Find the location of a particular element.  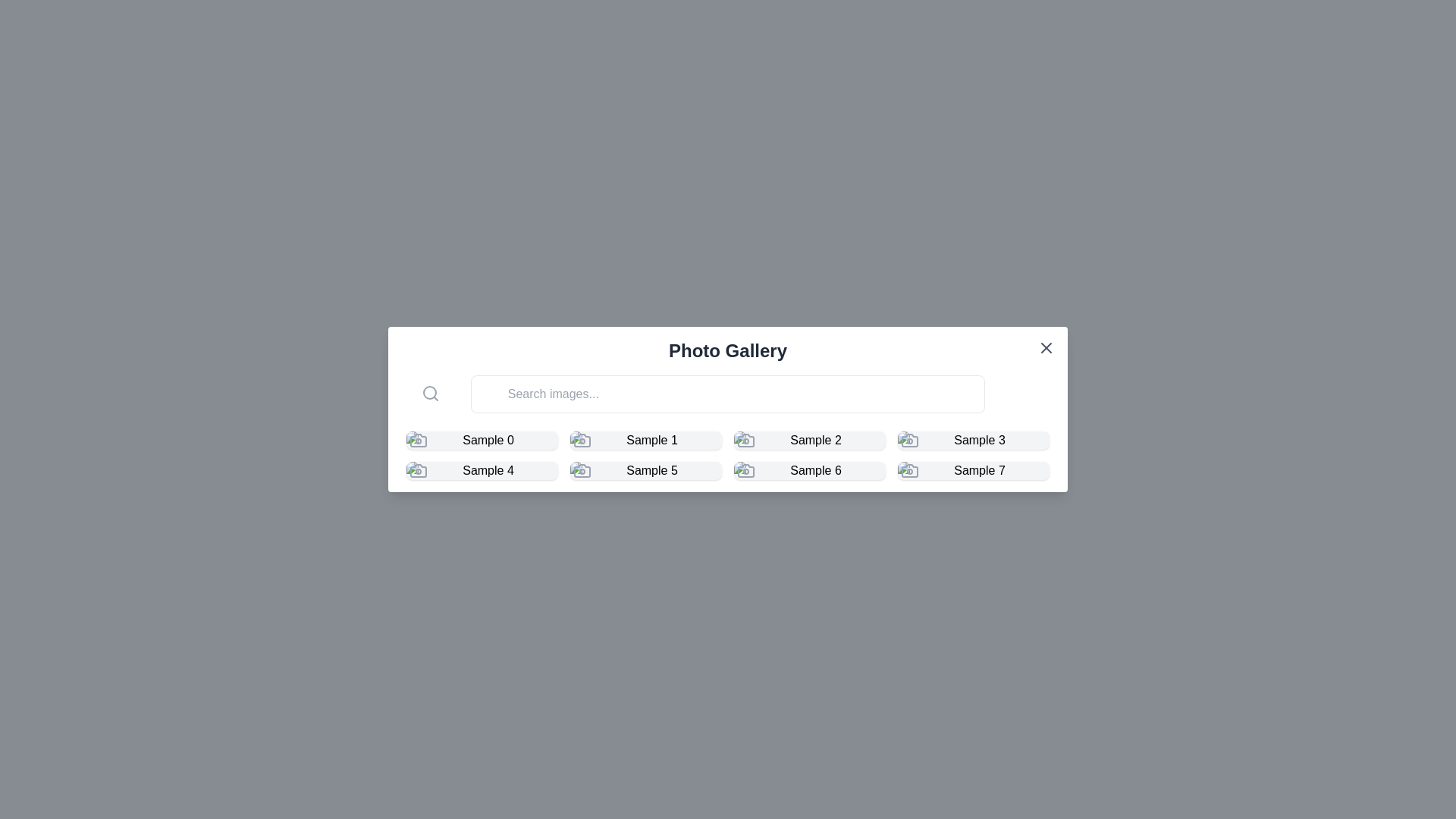

the close icon located at the top-right corner of the header section is located at coordinates (1046, 348).